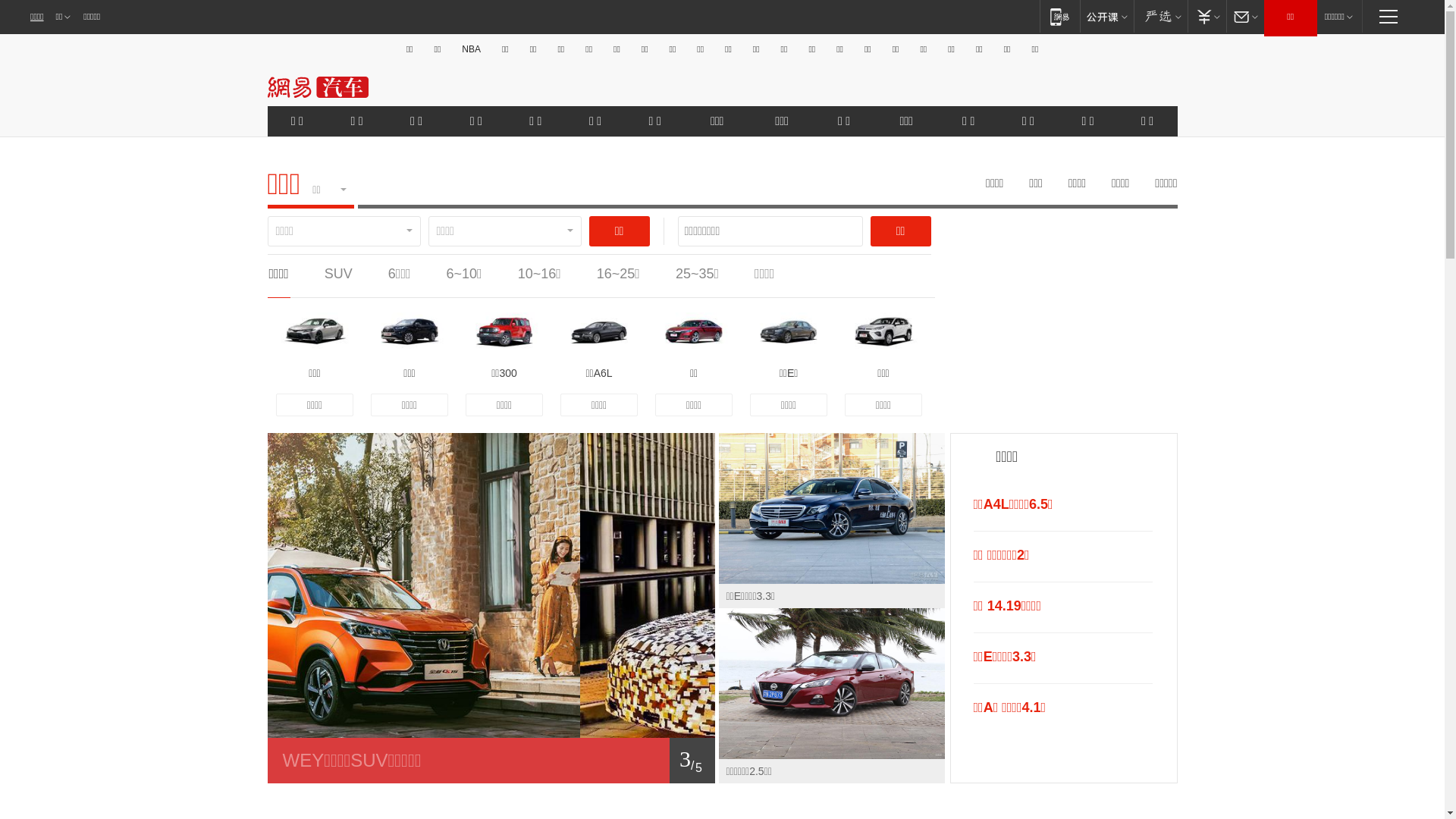 The image size is (1456, 819). What do you see at coordinates (337, 274) in the screenshot?
I see `'SUV'` at bounding box center [337, 274].